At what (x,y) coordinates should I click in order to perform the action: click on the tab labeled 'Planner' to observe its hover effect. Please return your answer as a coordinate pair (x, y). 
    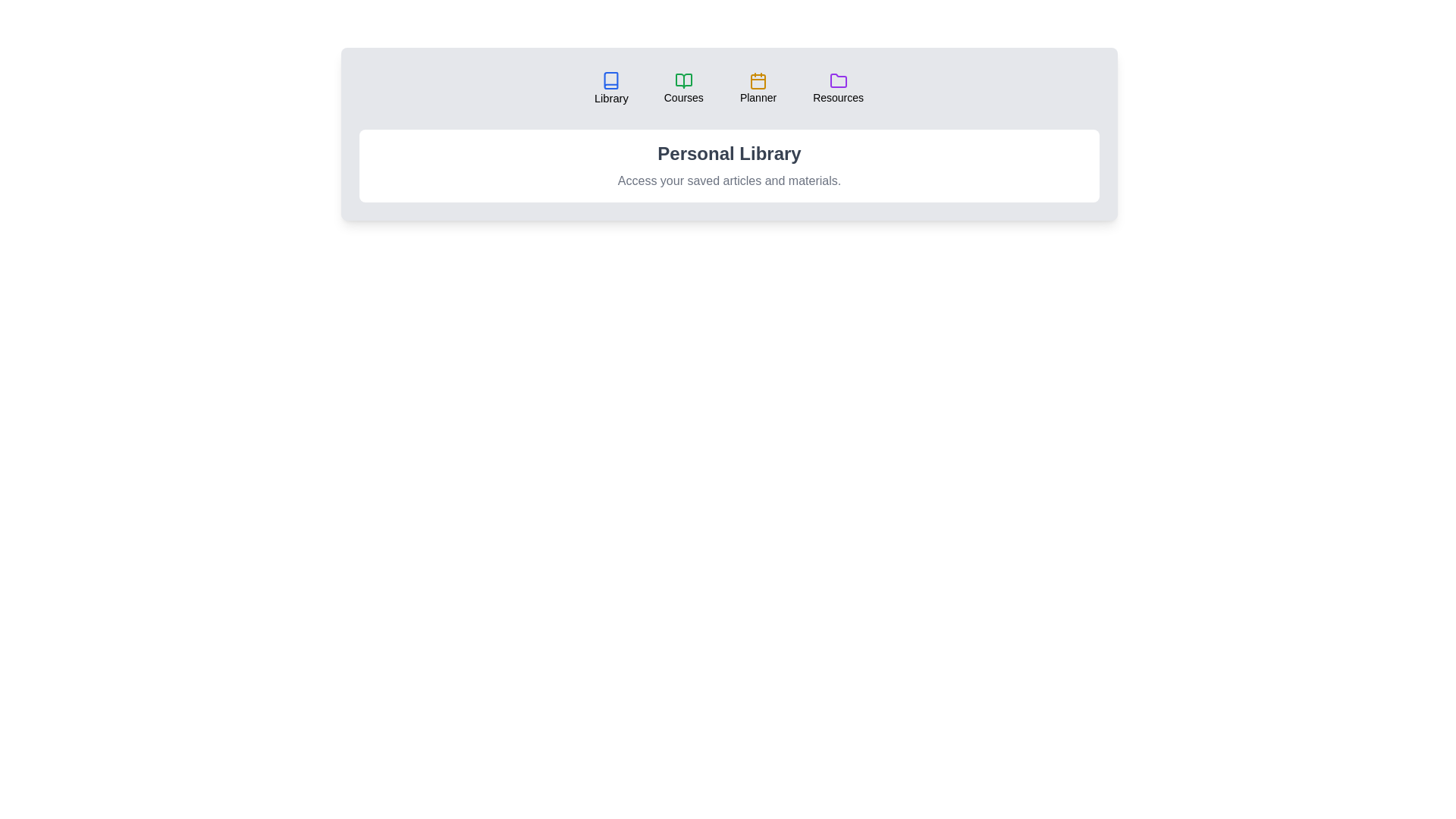
    Looking at the image, I should click on (758, 88).